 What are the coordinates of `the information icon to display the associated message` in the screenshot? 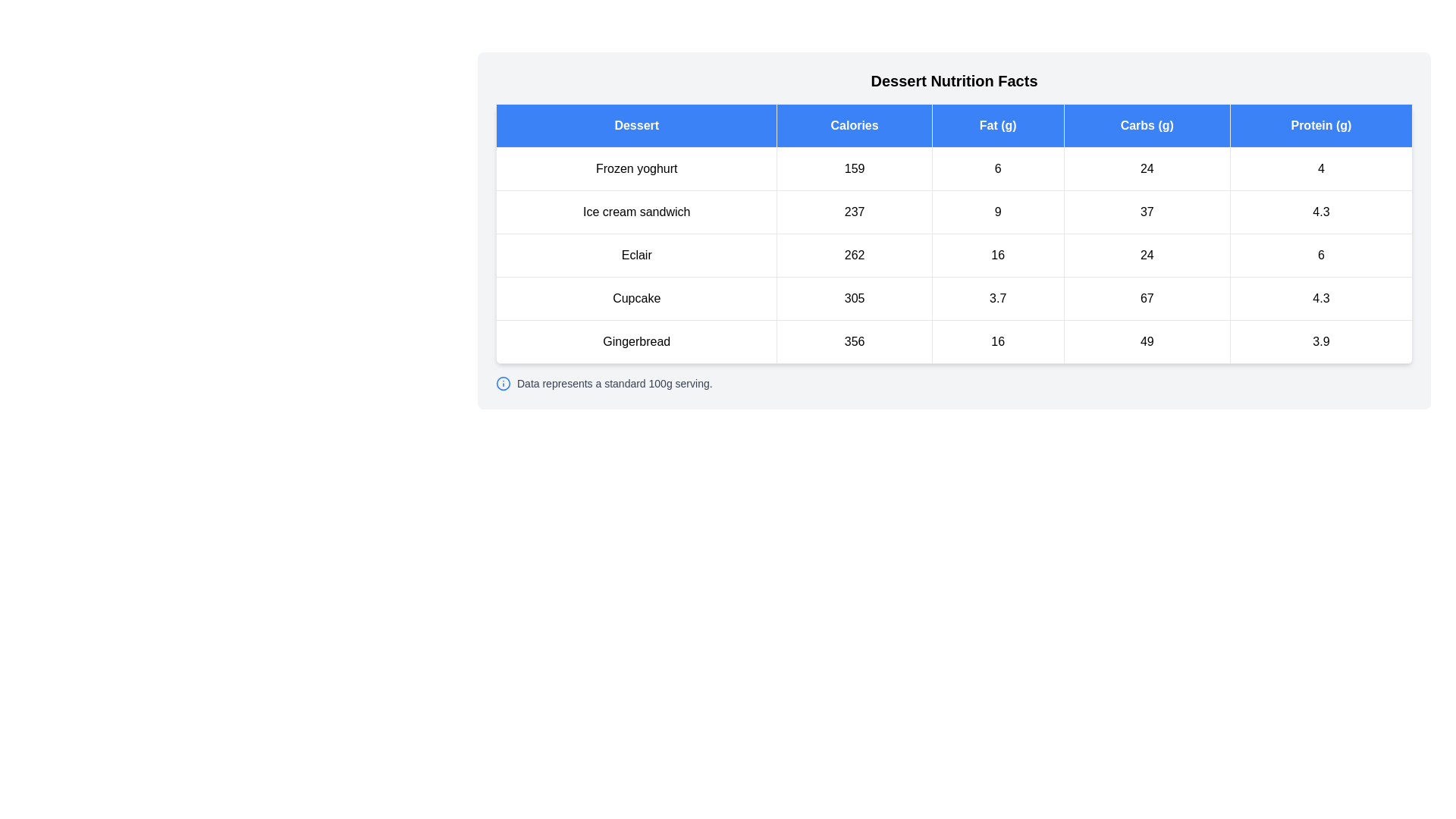 It's located at (503, 382).